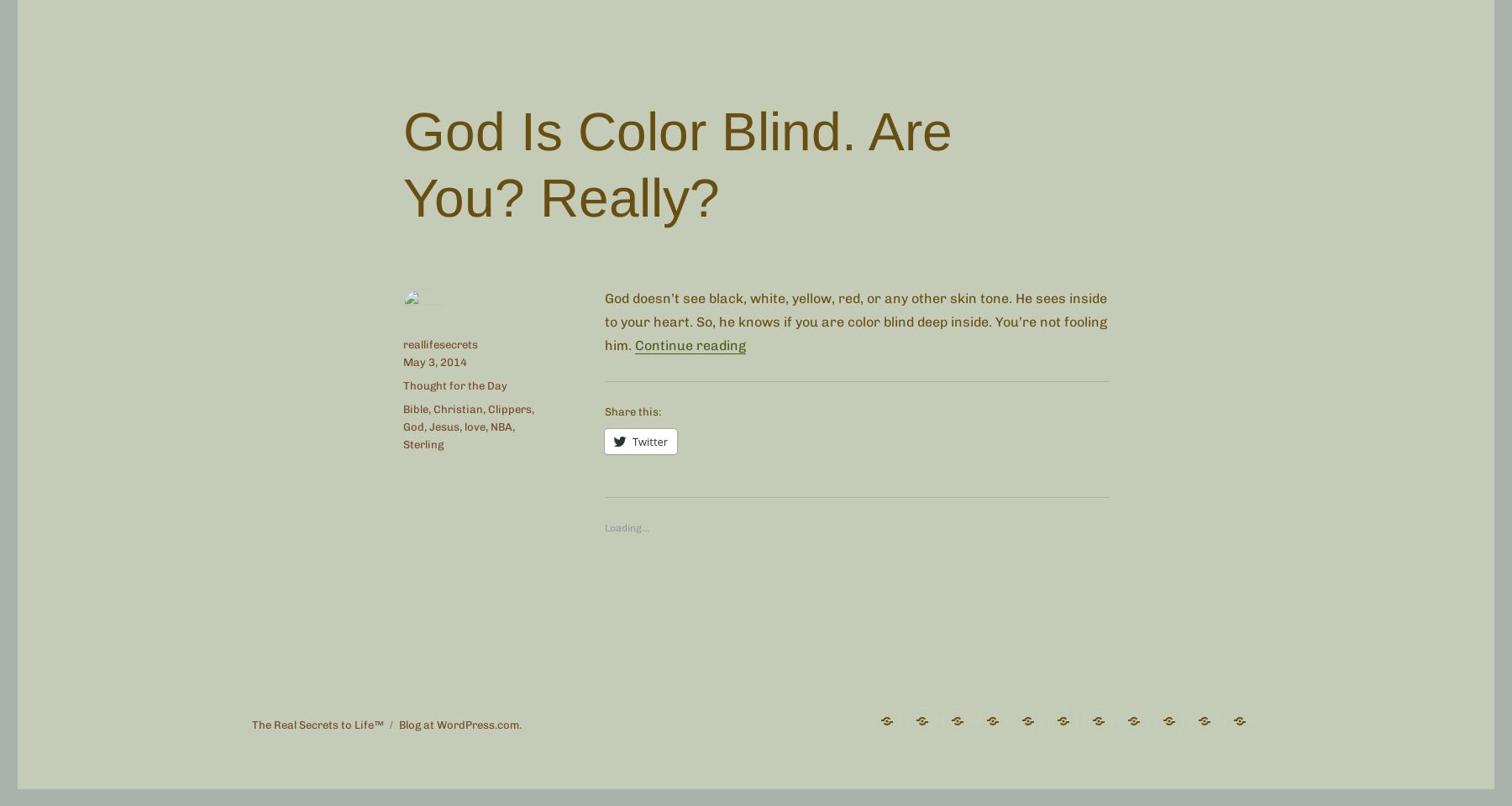 The height and width of the screenshot is (806, 1512). I want to click on 'love', so click(475, 426).